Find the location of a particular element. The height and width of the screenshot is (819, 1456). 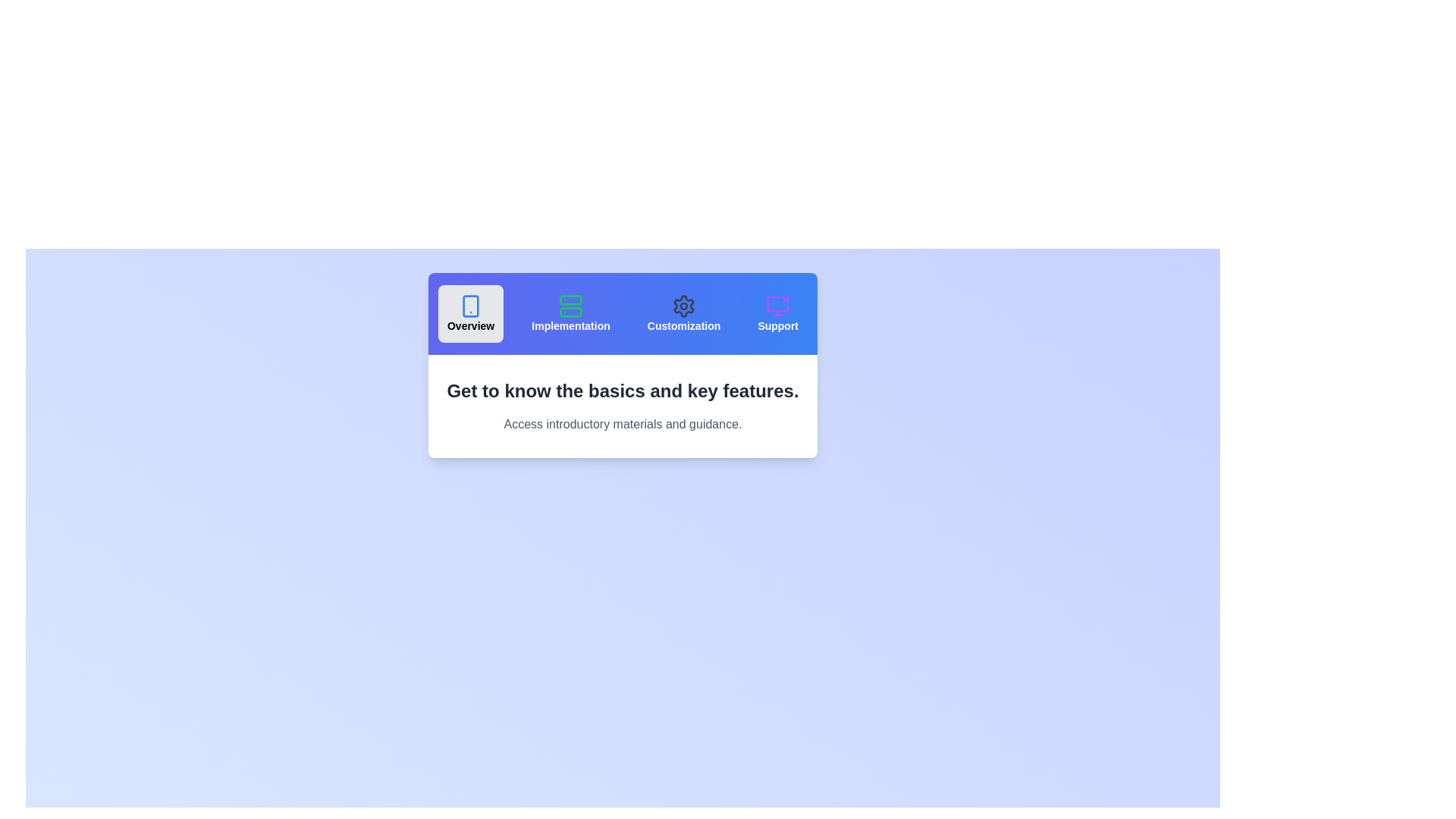

the tab labeled Support to view its details is located at coordinates (778, 312).